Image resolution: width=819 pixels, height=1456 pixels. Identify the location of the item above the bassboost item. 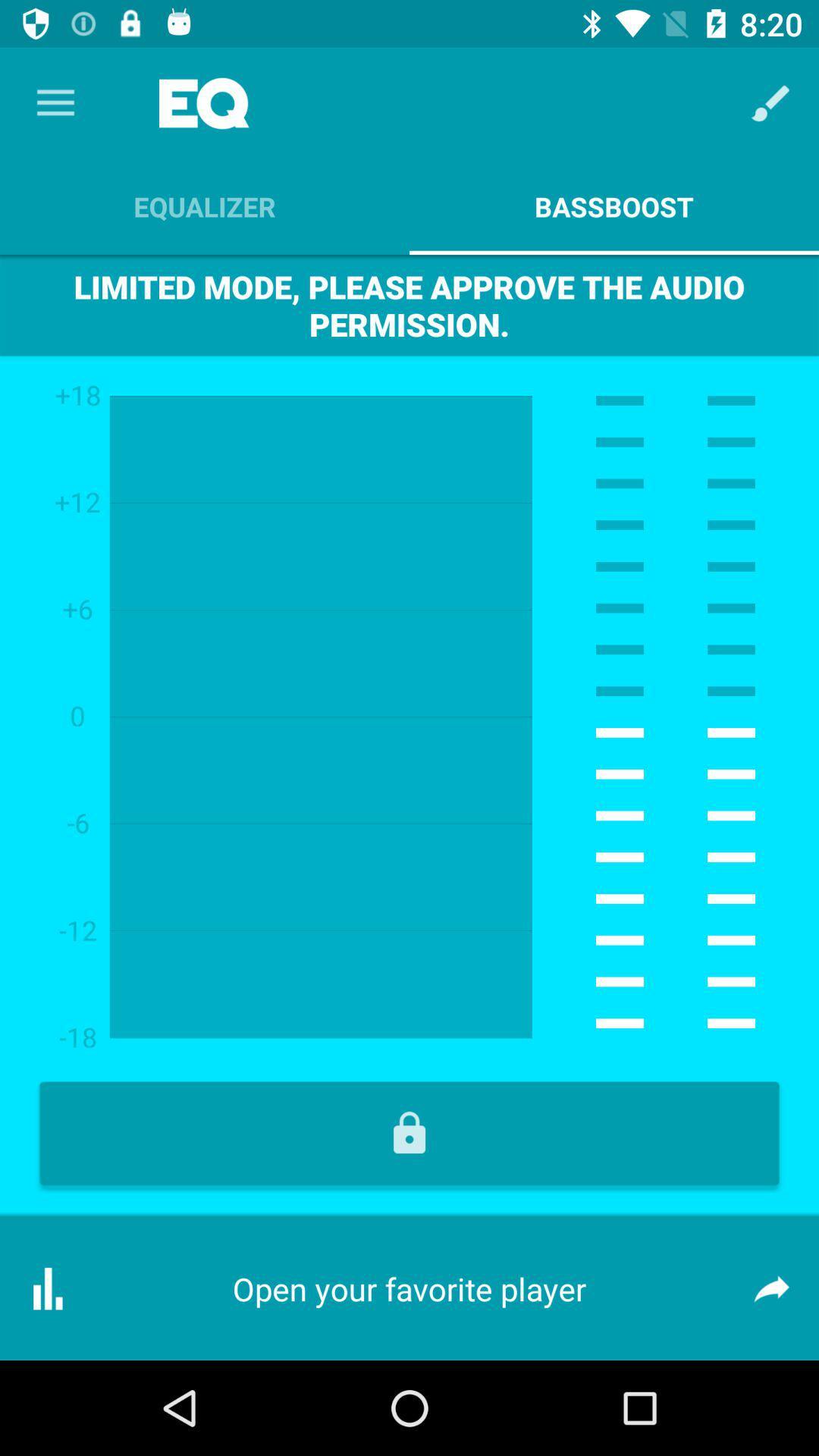
(771, 102).